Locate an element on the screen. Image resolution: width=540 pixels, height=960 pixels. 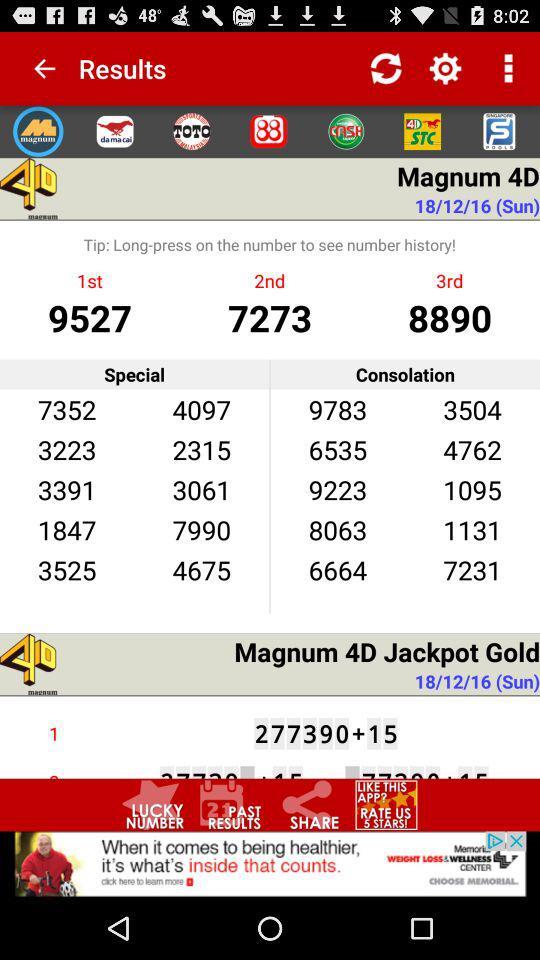
the videocam icon is located at coordinates (421, 139).